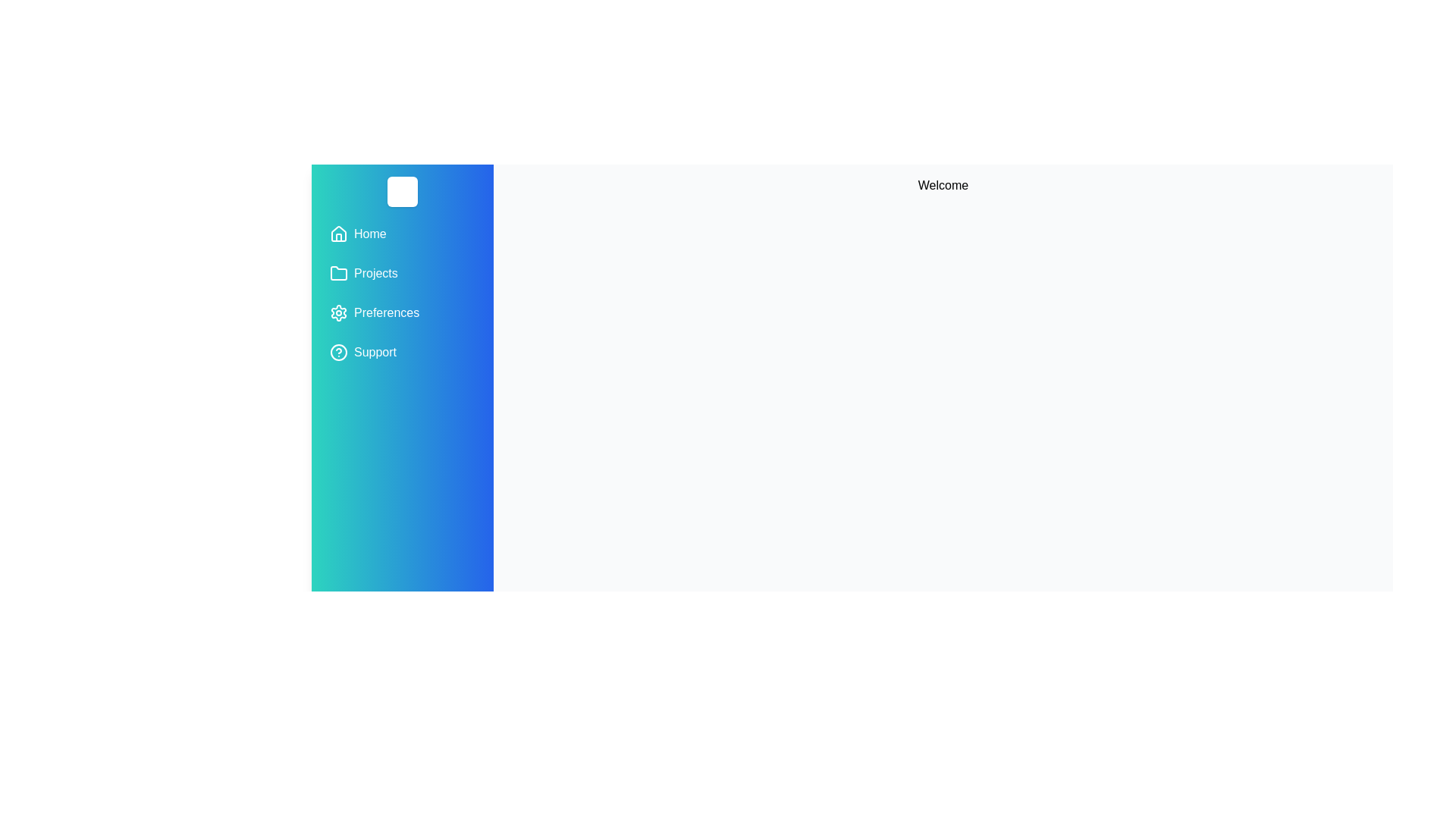 This screenshot has width=1456, height=819. Describe the element at coordinates (403, 191) in the screenshot. I see `button to toggle the drawer visibility` at that location.